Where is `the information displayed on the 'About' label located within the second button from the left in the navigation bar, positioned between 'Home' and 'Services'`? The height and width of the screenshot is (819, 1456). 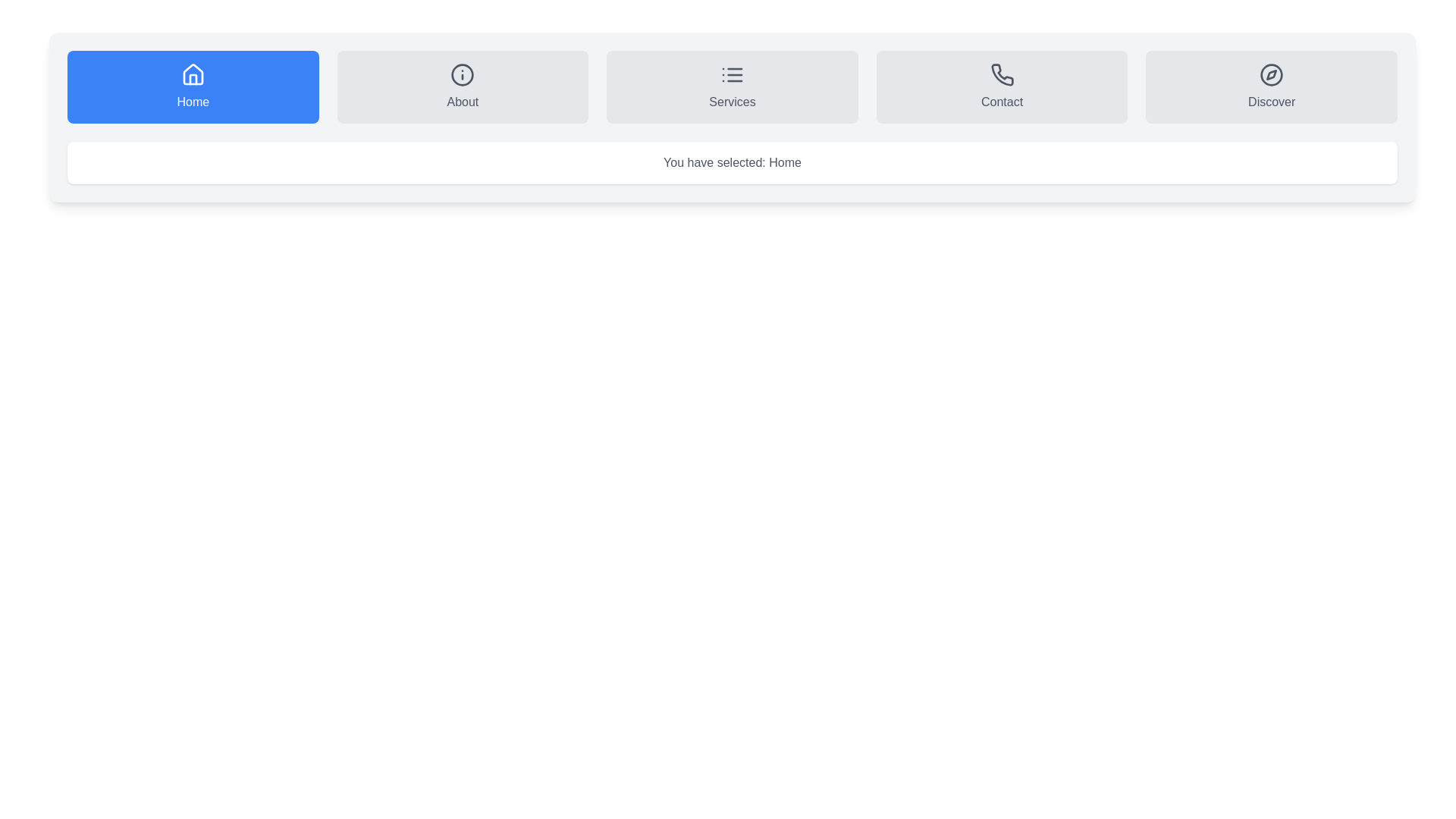 the information displayed on the 'About' label located within the second button from the left in the navigation bar, positioned between 'Home' and 'Services' is located at coordinates (462, 102).